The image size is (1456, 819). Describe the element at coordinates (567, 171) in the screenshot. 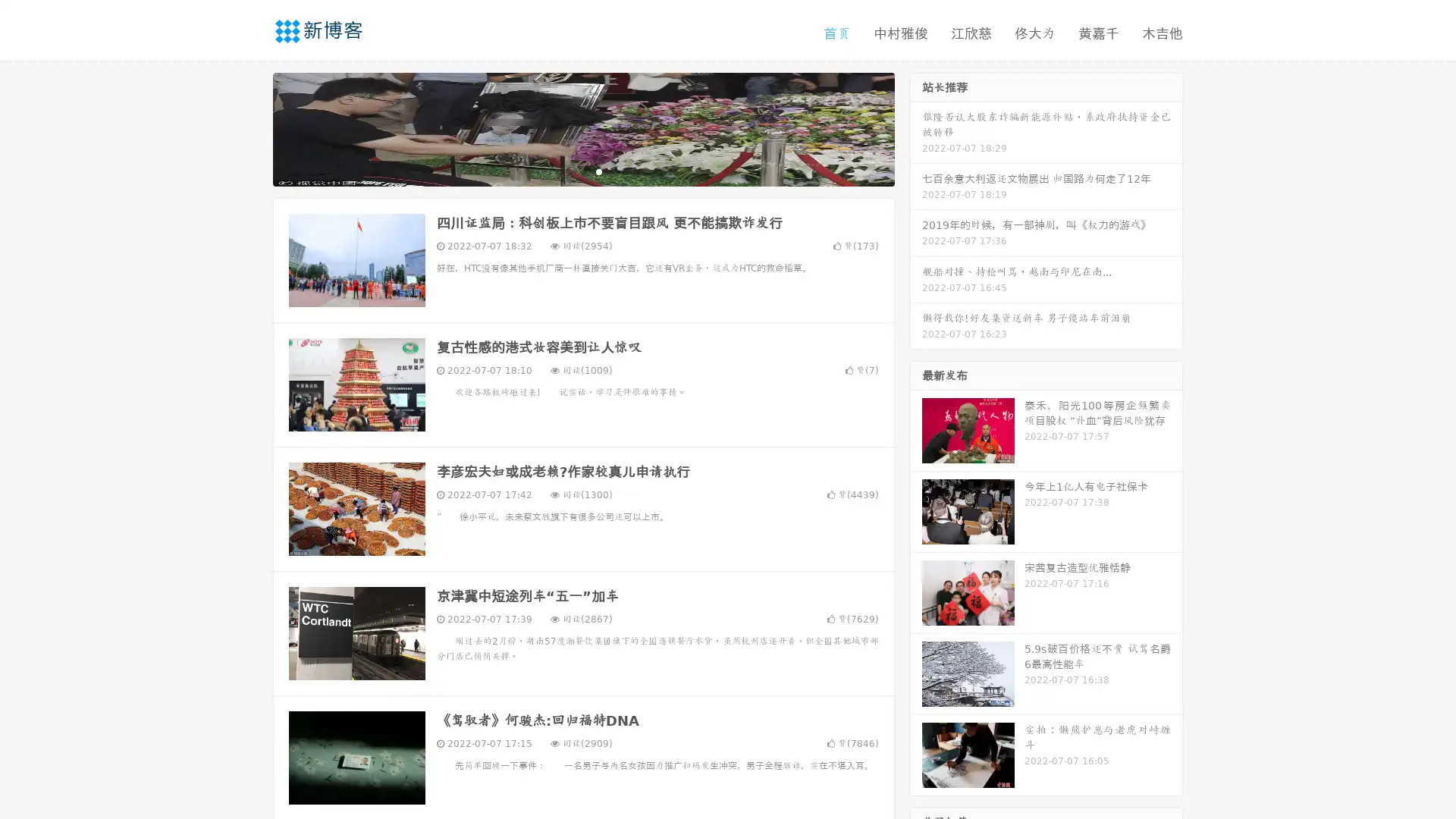

I see `Go to slide 1` at that location.